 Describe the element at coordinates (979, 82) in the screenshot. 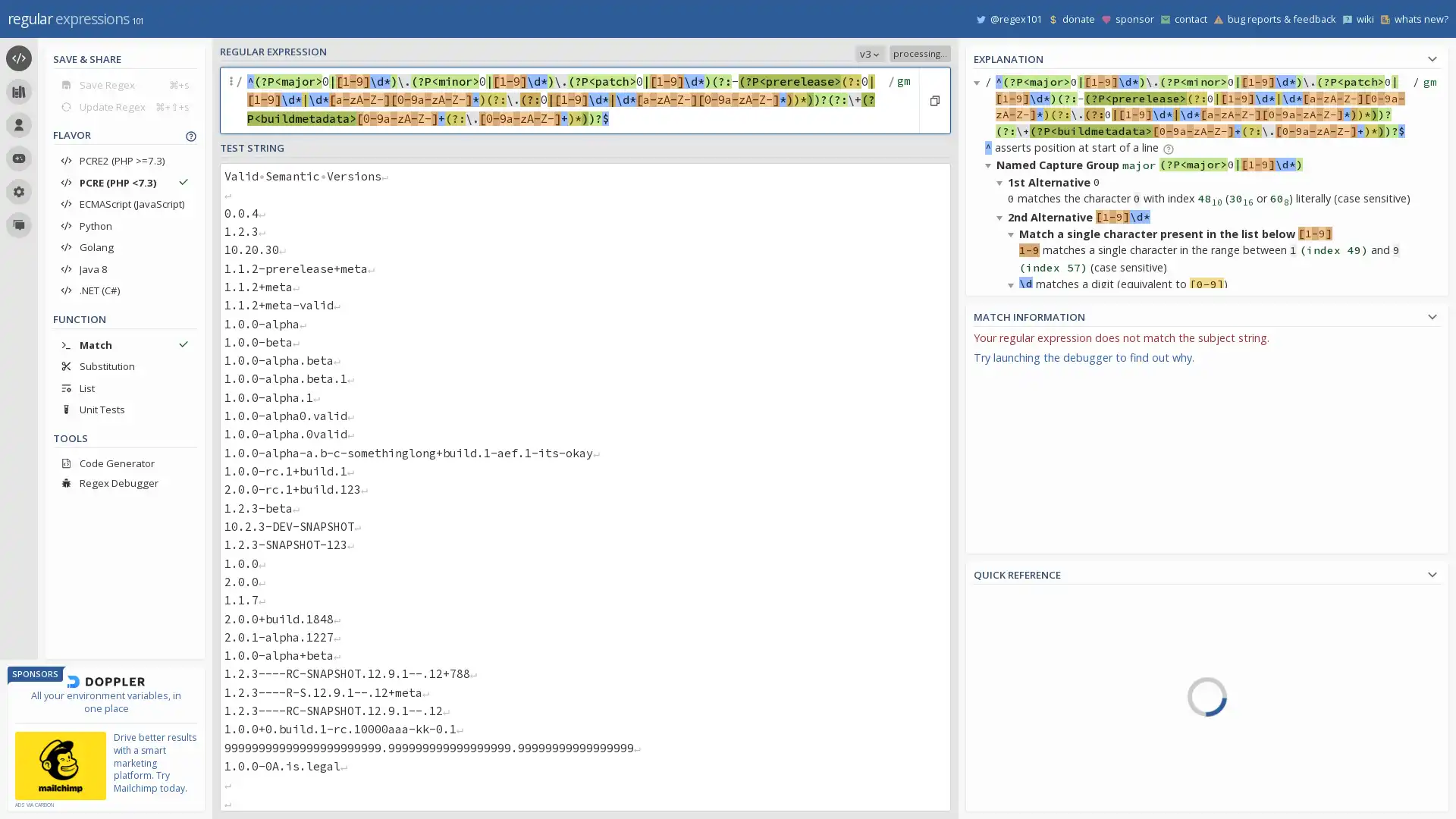

I see `Collapse Subtree` at that location.